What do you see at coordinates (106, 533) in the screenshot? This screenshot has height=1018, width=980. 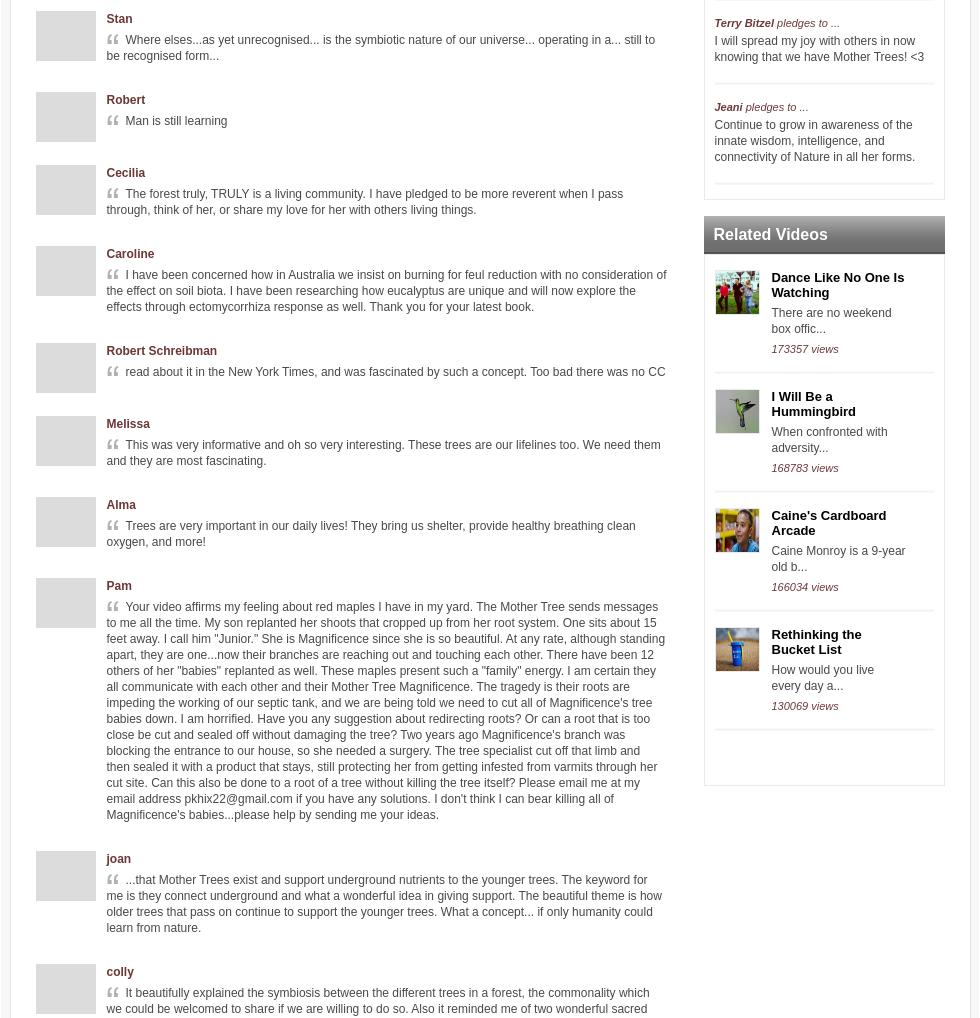 I see `'Trees are very important in our daily lives! They bring us shelter, provide healthy breathing clean oxygen, and more!'` at bounding box center [106, 533].